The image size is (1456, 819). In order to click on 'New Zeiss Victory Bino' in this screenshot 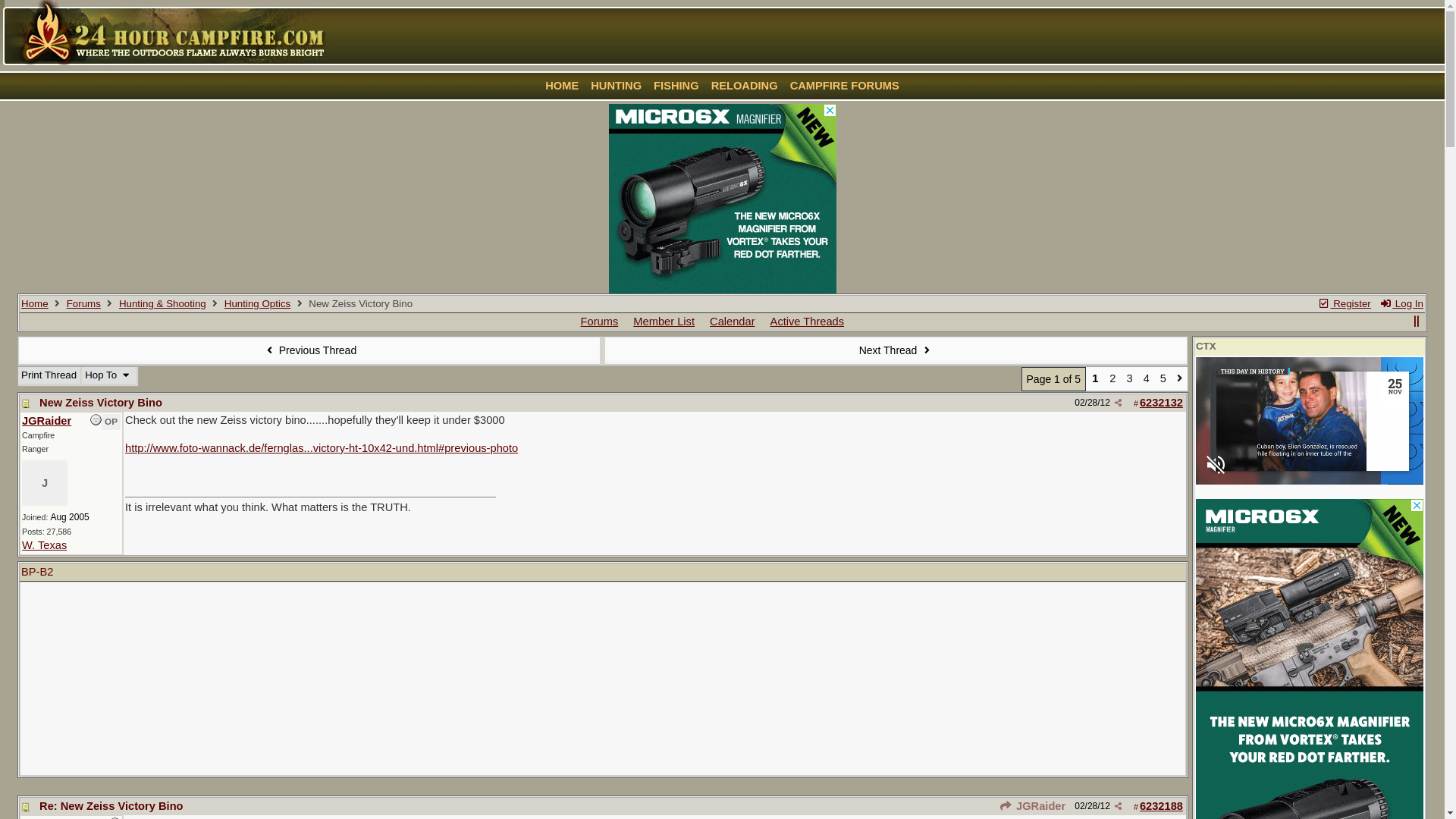, I will do `click(100, 402)`.